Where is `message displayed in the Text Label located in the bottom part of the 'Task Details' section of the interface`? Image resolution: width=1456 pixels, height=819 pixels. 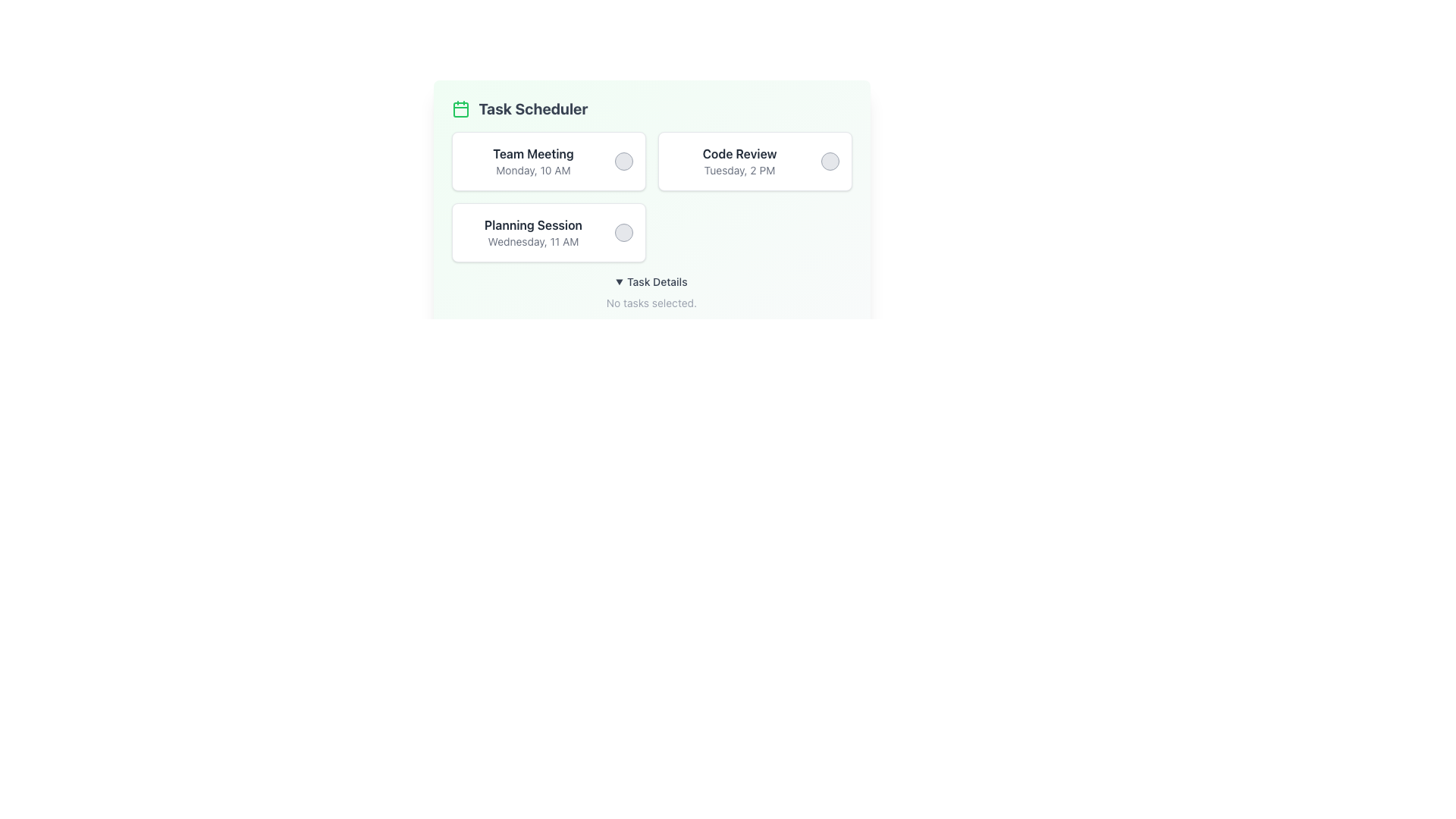 message displayed in the Text Label located in the bottom part of the 'Task Details' section of the interface is located at coordinates (651, 303).